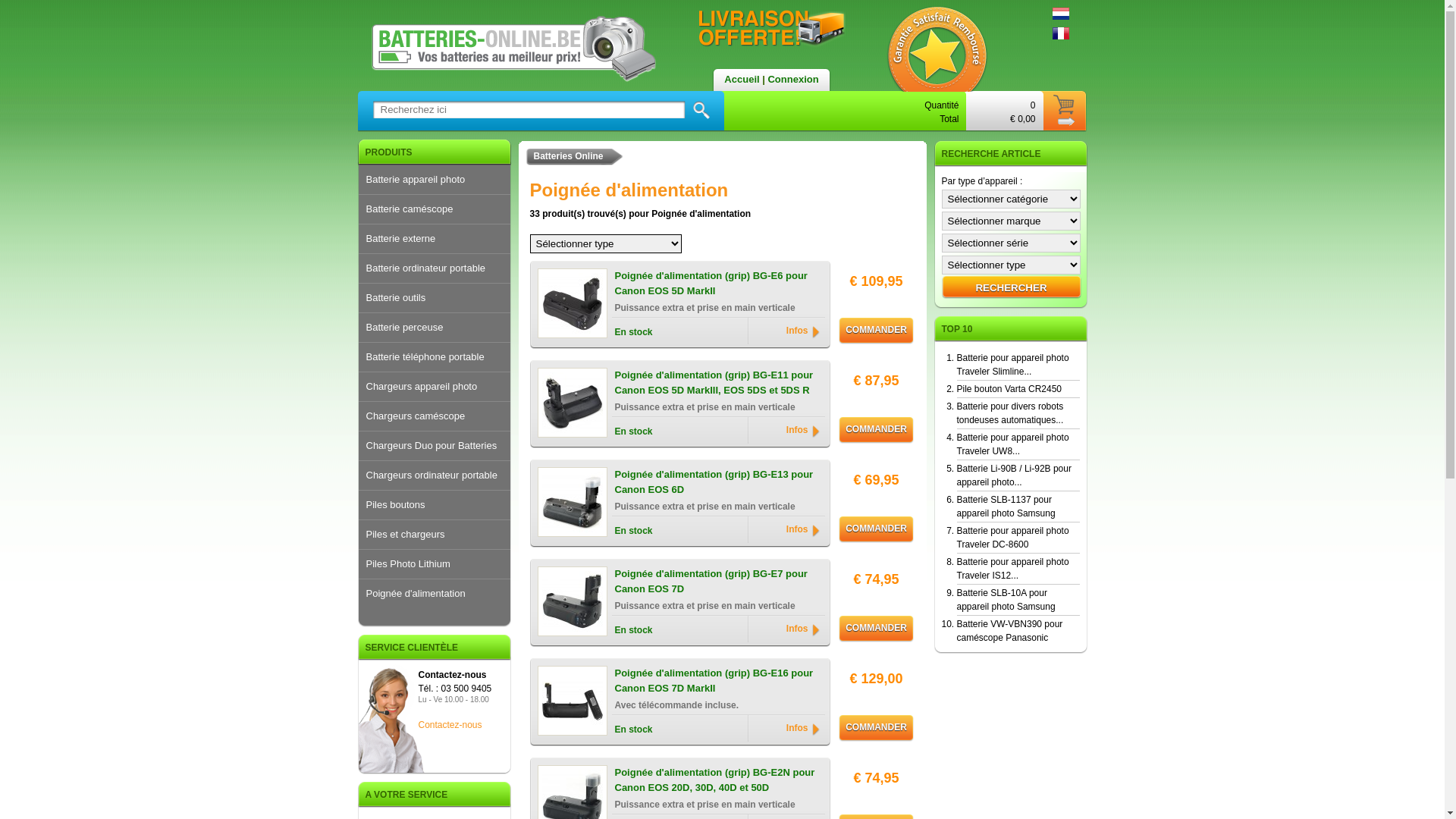 This screenshot has width=1456, height=819. What do you see at coordinates (1009, 388) in the screenshot?
I see `'Pile bouton Varta CR2450'` at bounding box center [1009, 388].